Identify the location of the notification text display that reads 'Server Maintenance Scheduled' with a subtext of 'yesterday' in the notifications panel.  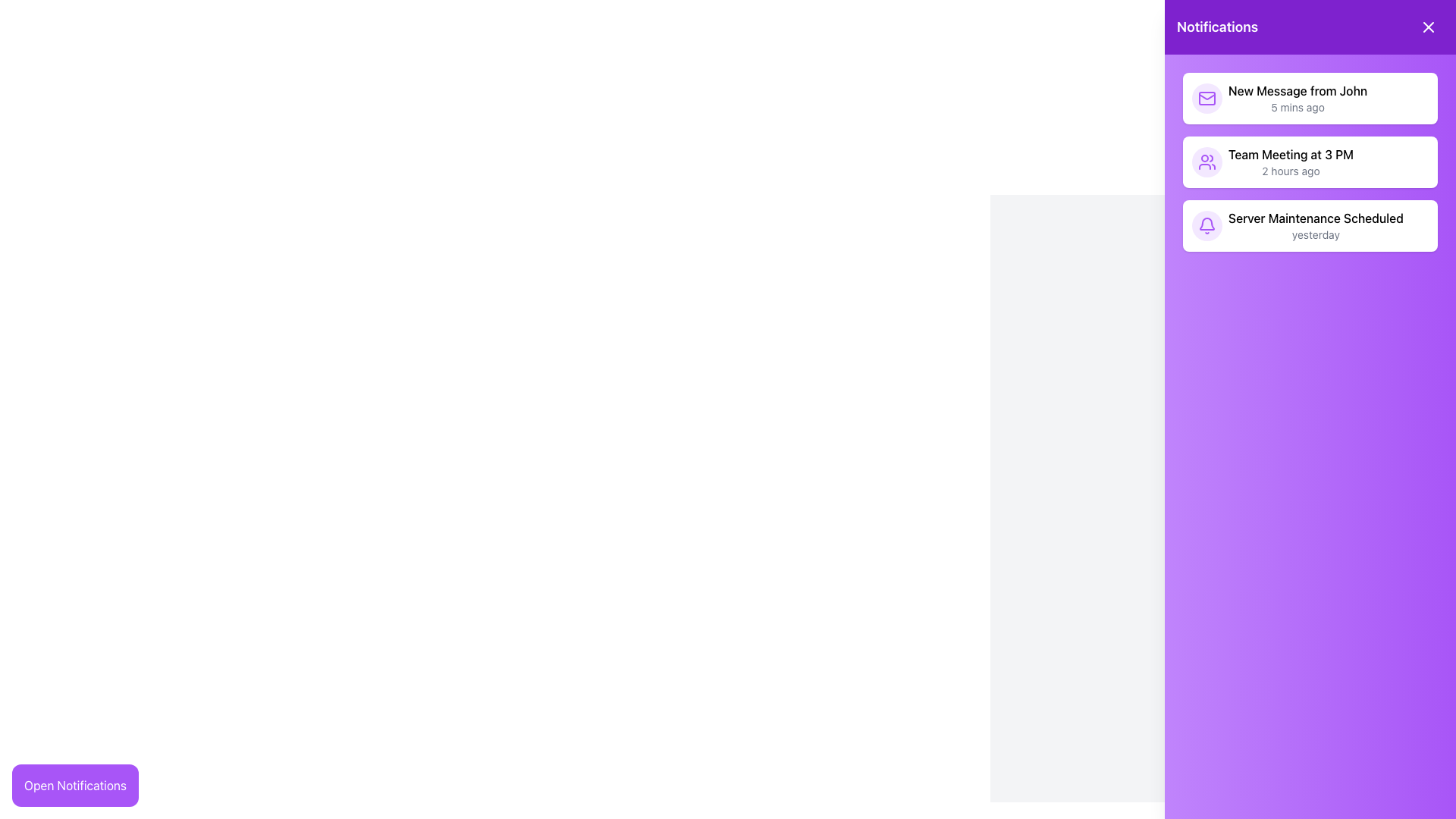
(1315, 225).